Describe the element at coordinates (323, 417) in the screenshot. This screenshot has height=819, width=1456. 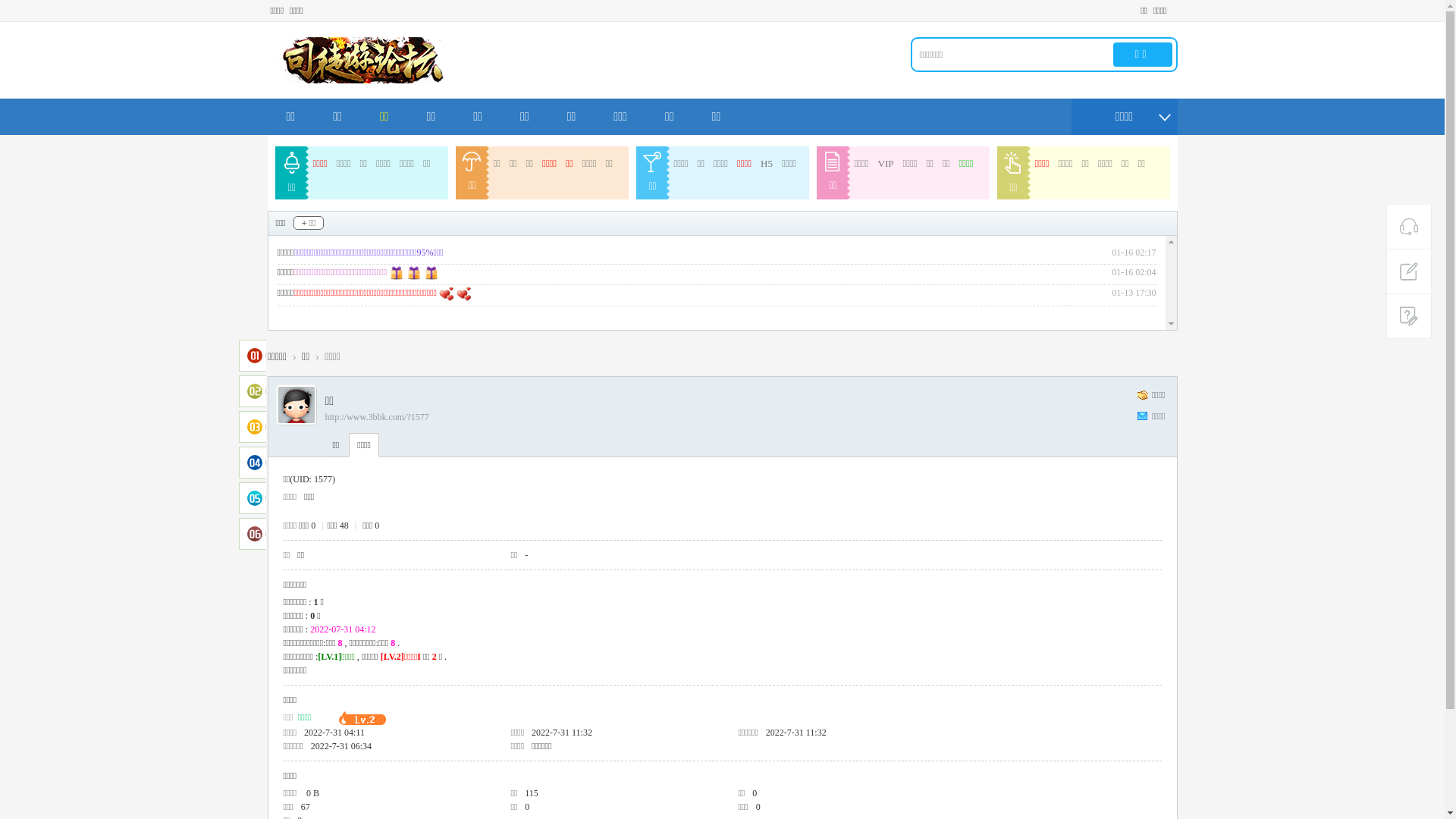
I see `'http://www.3bbk.com/?1577'` at that location.